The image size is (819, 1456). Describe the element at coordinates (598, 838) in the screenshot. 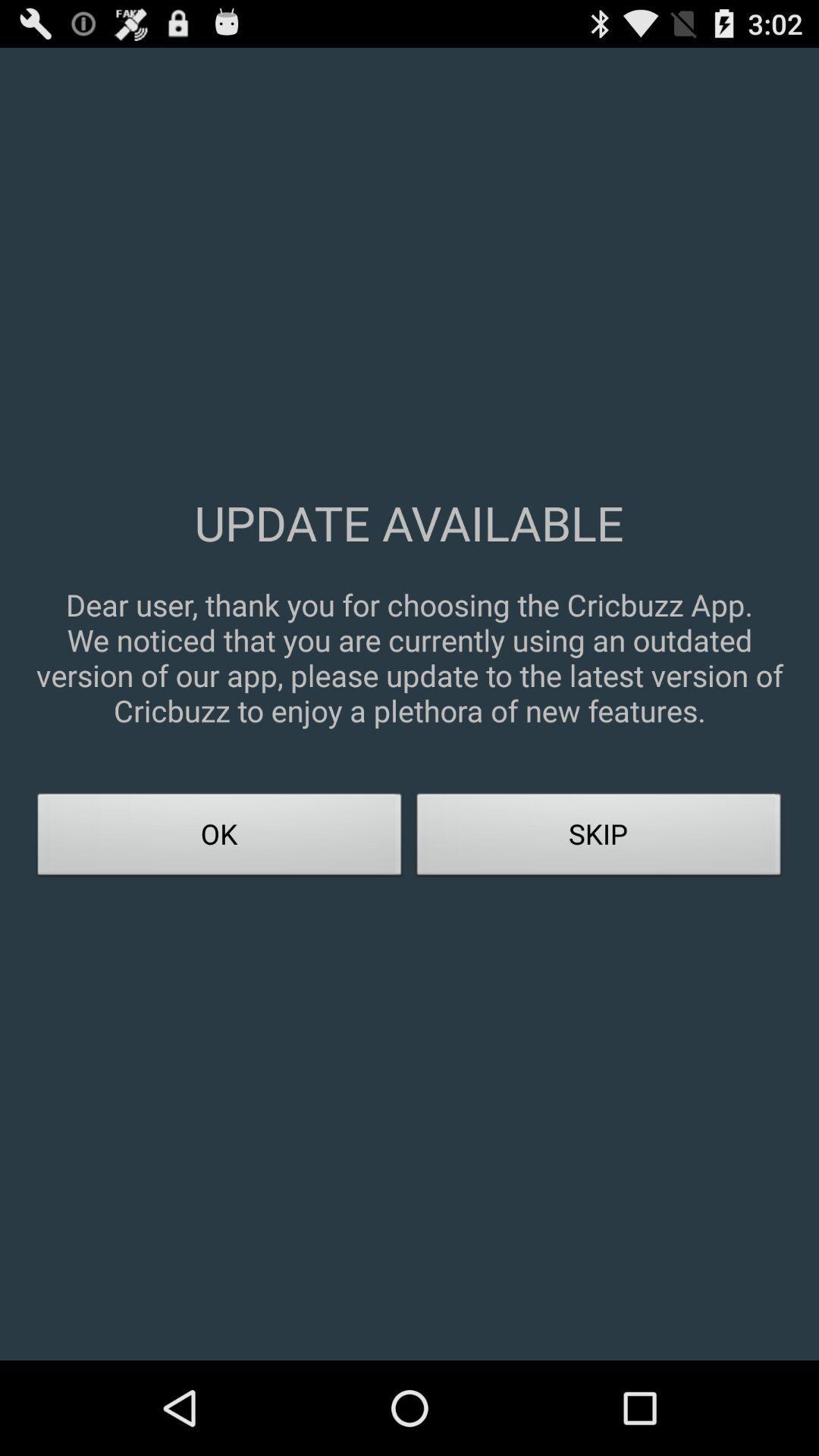

I see `skip item` at that location.